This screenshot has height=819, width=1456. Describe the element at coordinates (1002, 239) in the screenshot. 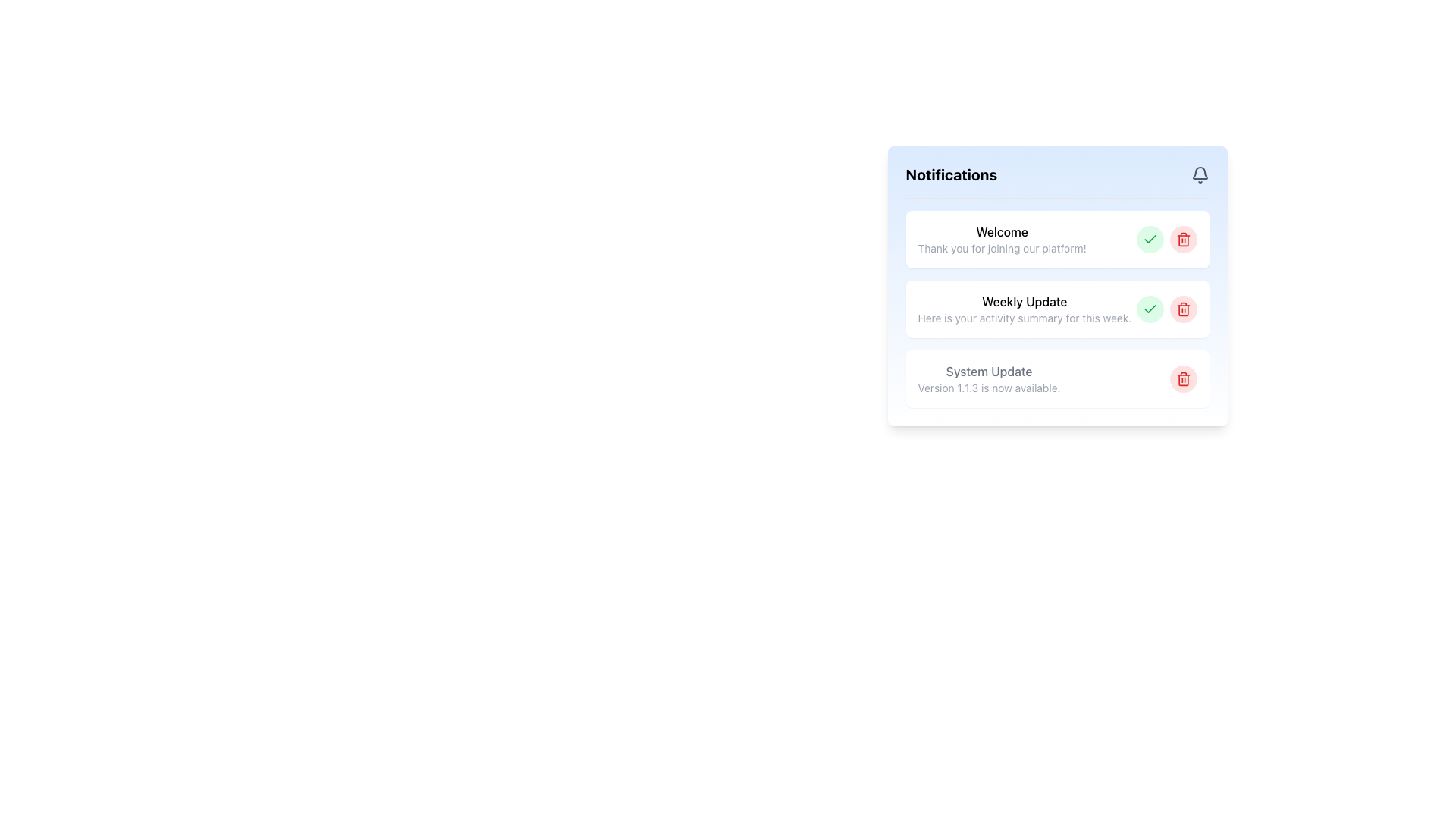

I see `the 'Welcome' text block in the Notifications section, which contains a bold welcome message and a subtitle in a lighter gray font` at that location.